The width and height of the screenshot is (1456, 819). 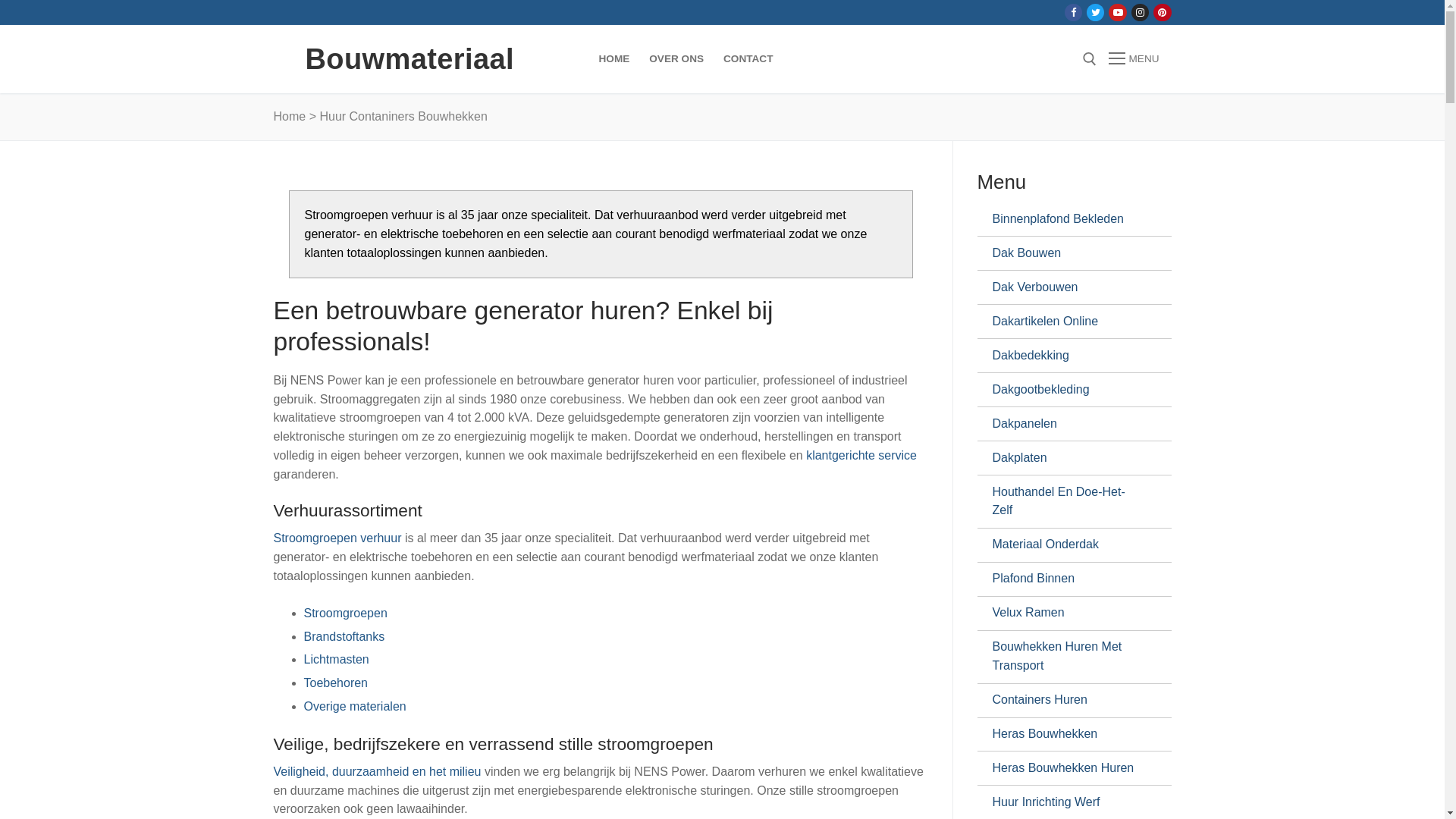 I want to click on 'Twitter', so click(x=1095, y=12).